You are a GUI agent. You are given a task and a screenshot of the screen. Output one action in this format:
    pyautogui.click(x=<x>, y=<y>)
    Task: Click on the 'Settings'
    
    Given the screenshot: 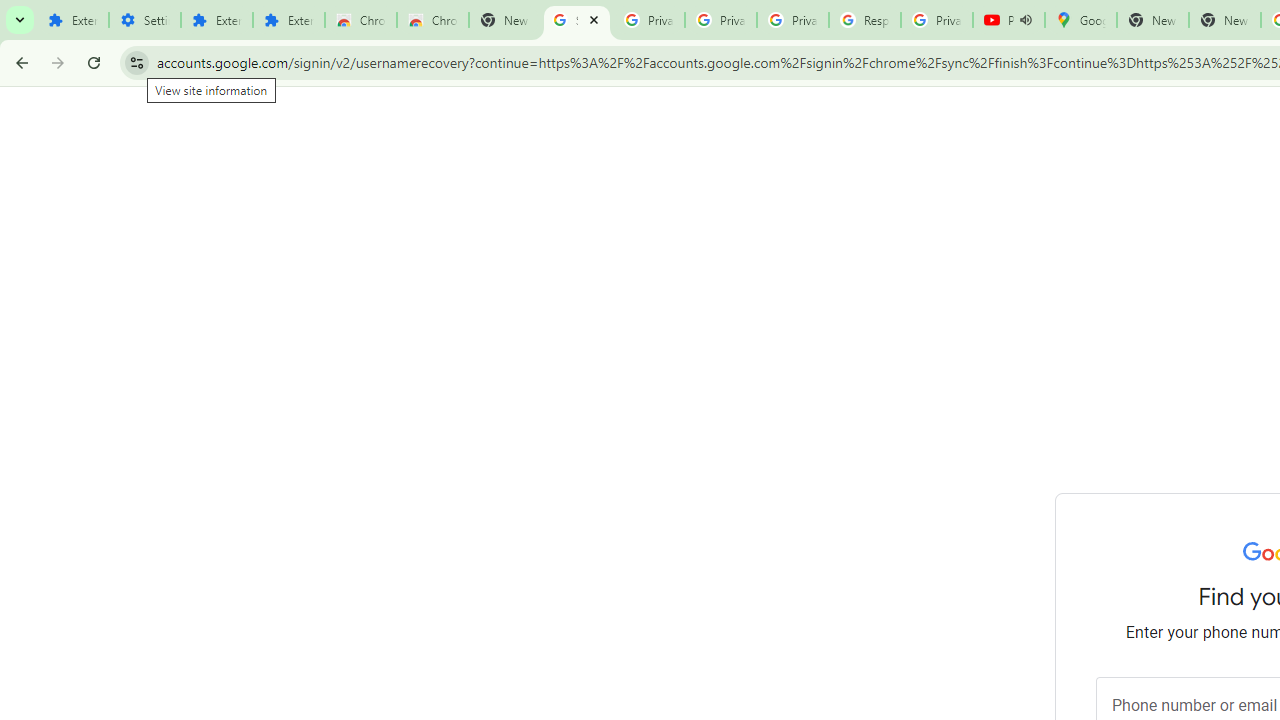 What is the action you would take?
    pyautogui.click(x=143, y=20)
    